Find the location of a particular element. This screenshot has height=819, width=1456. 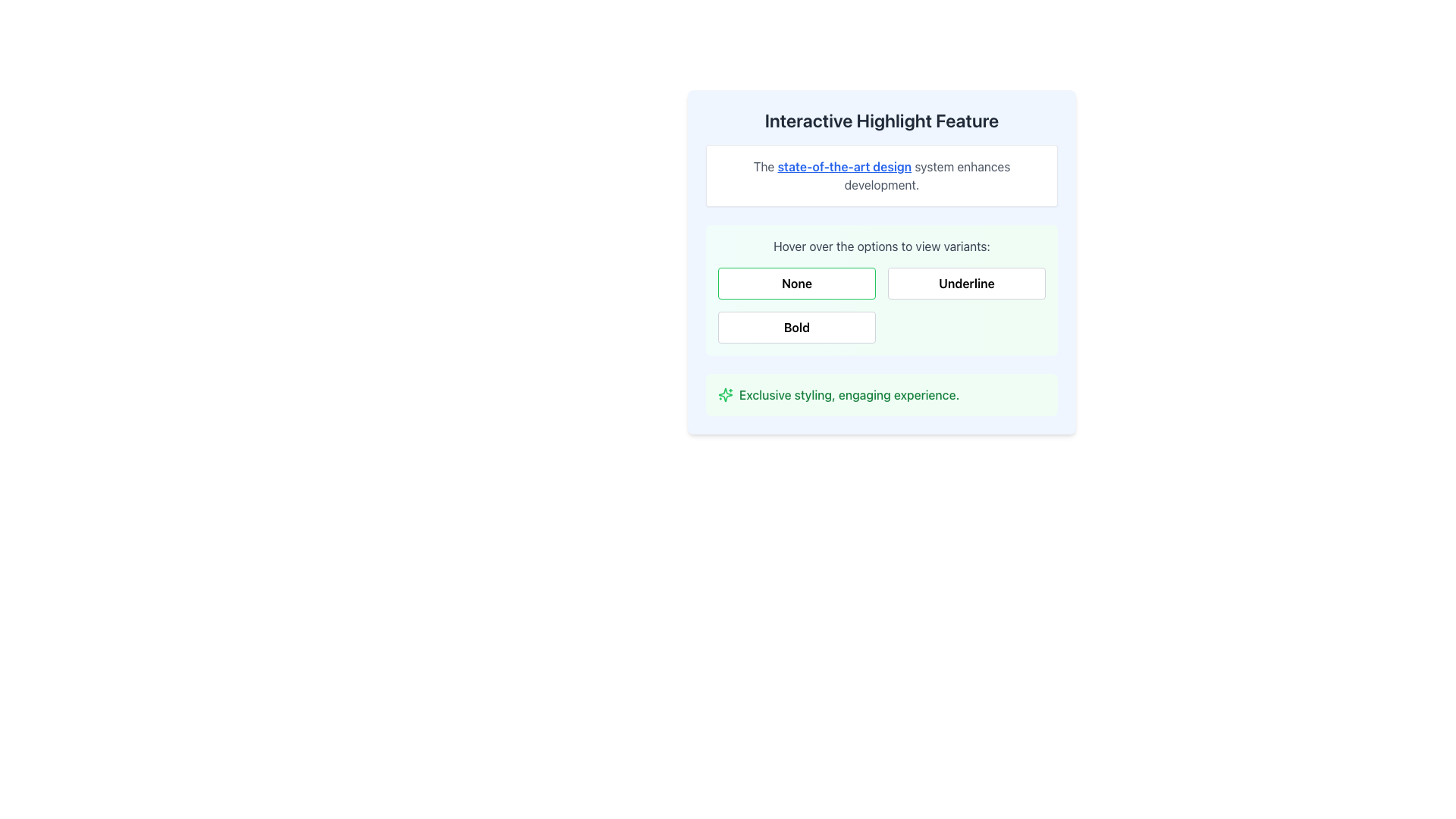

the button labeled 'None' with a white background, rounded corners, and a thin green border is located at coordinates (796, 284).